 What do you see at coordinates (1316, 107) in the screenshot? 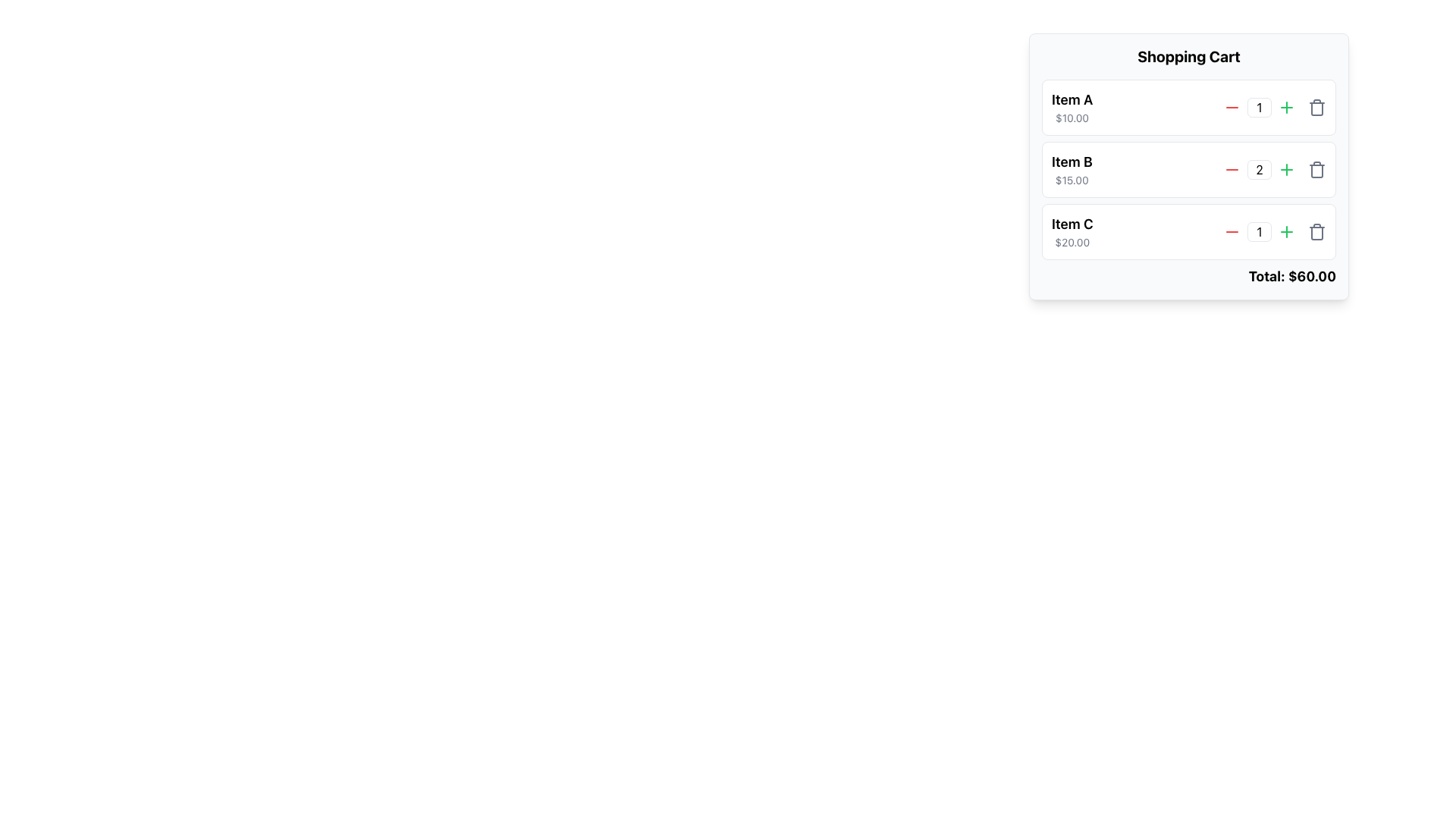
I see `the icon-based button on the far right of the first row in the shopping cart` at bounding box center [1316, 107].